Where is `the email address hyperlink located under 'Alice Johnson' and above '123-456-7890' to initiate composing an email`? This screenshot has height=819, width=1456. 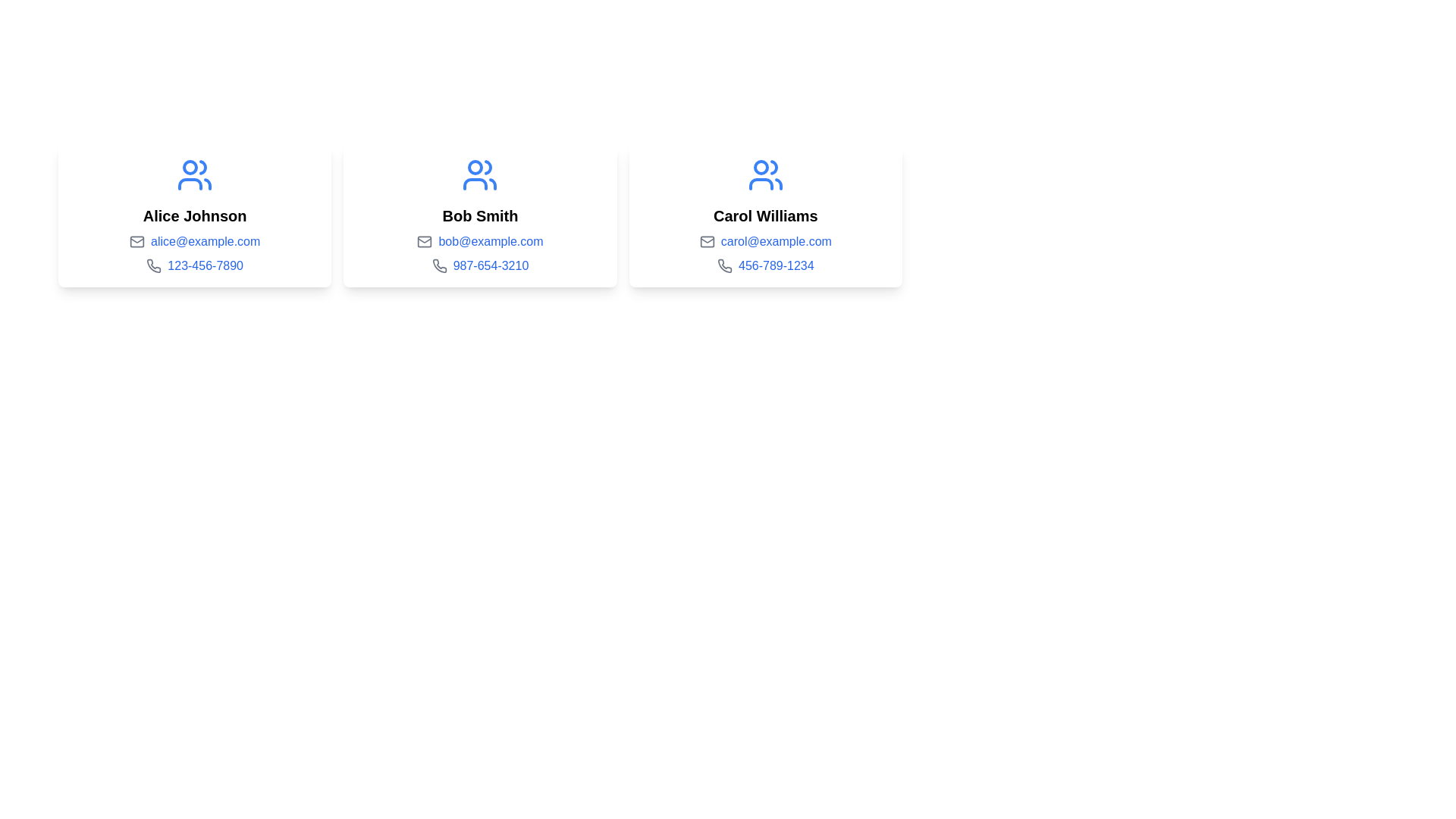
the email address hyperlink located under 'Alice Johnson' and above '123-456-7890' to initiate composing an email is located at coordinates (194, 241).